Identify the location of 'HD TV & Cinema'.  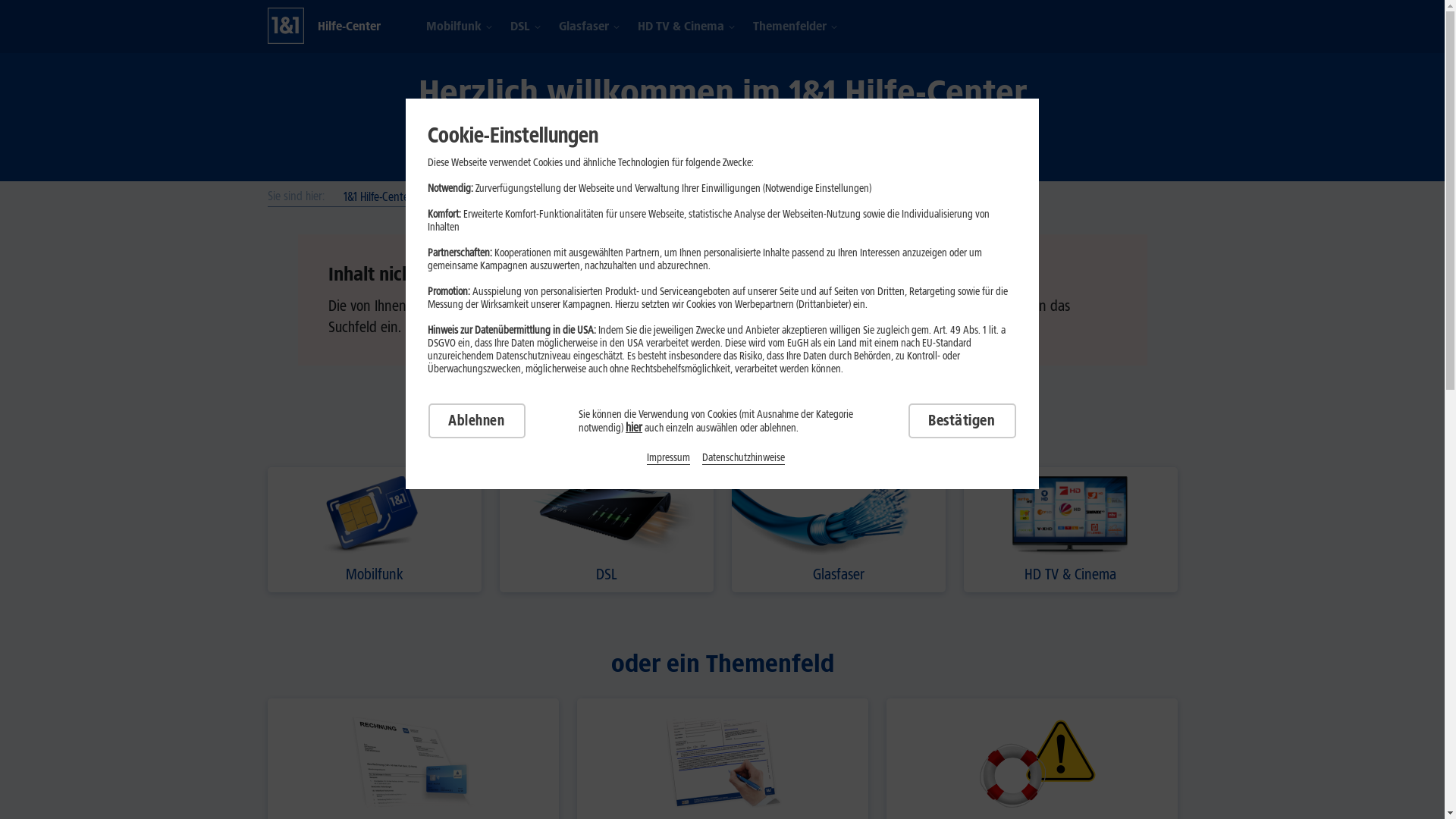
(1069, 529).